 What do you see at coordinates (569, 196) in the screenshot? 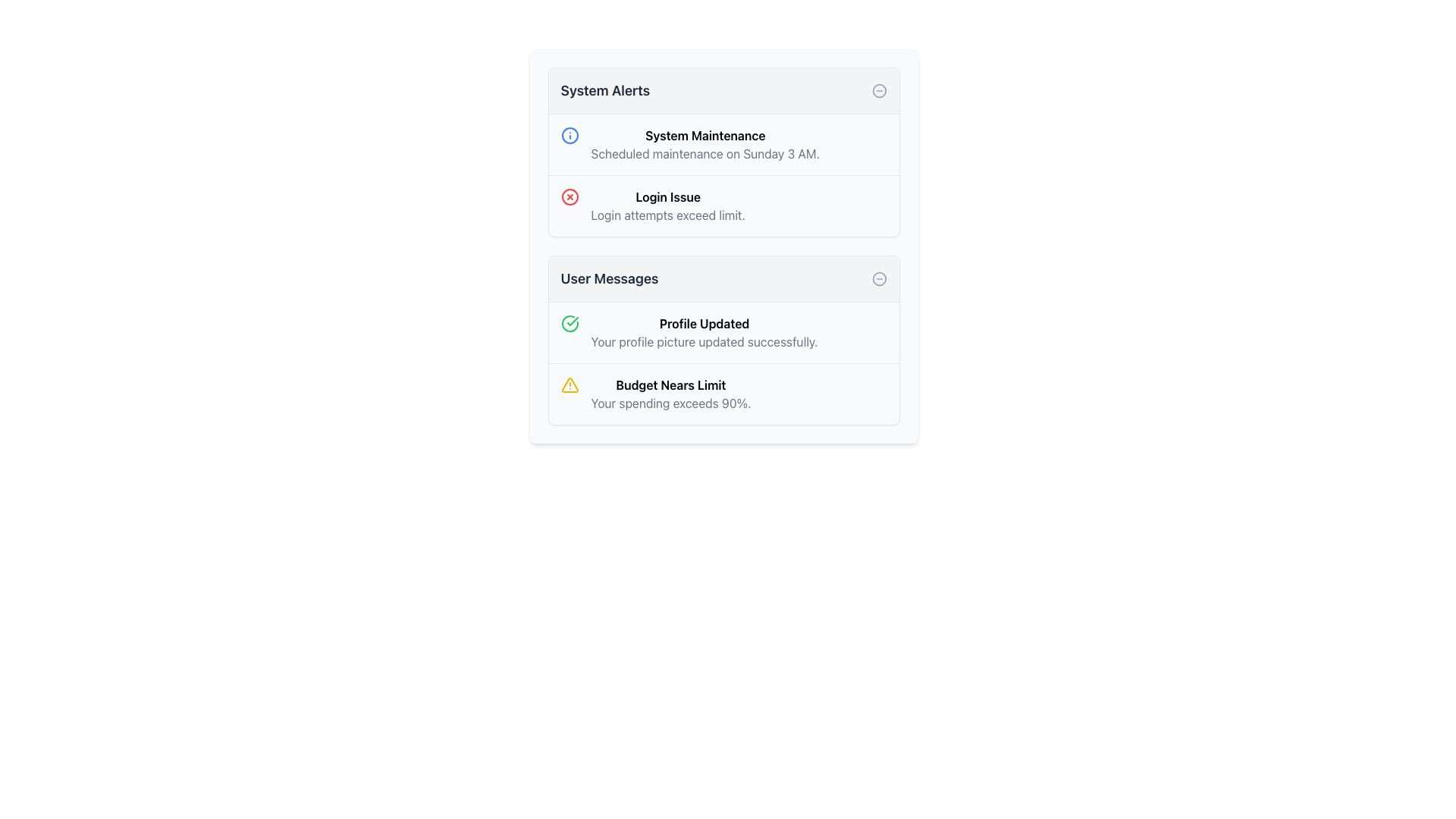
I see `the alert icon located beside the 'Login Issue' message in the 'System Alerts' section` at bounding box center [569, 196].